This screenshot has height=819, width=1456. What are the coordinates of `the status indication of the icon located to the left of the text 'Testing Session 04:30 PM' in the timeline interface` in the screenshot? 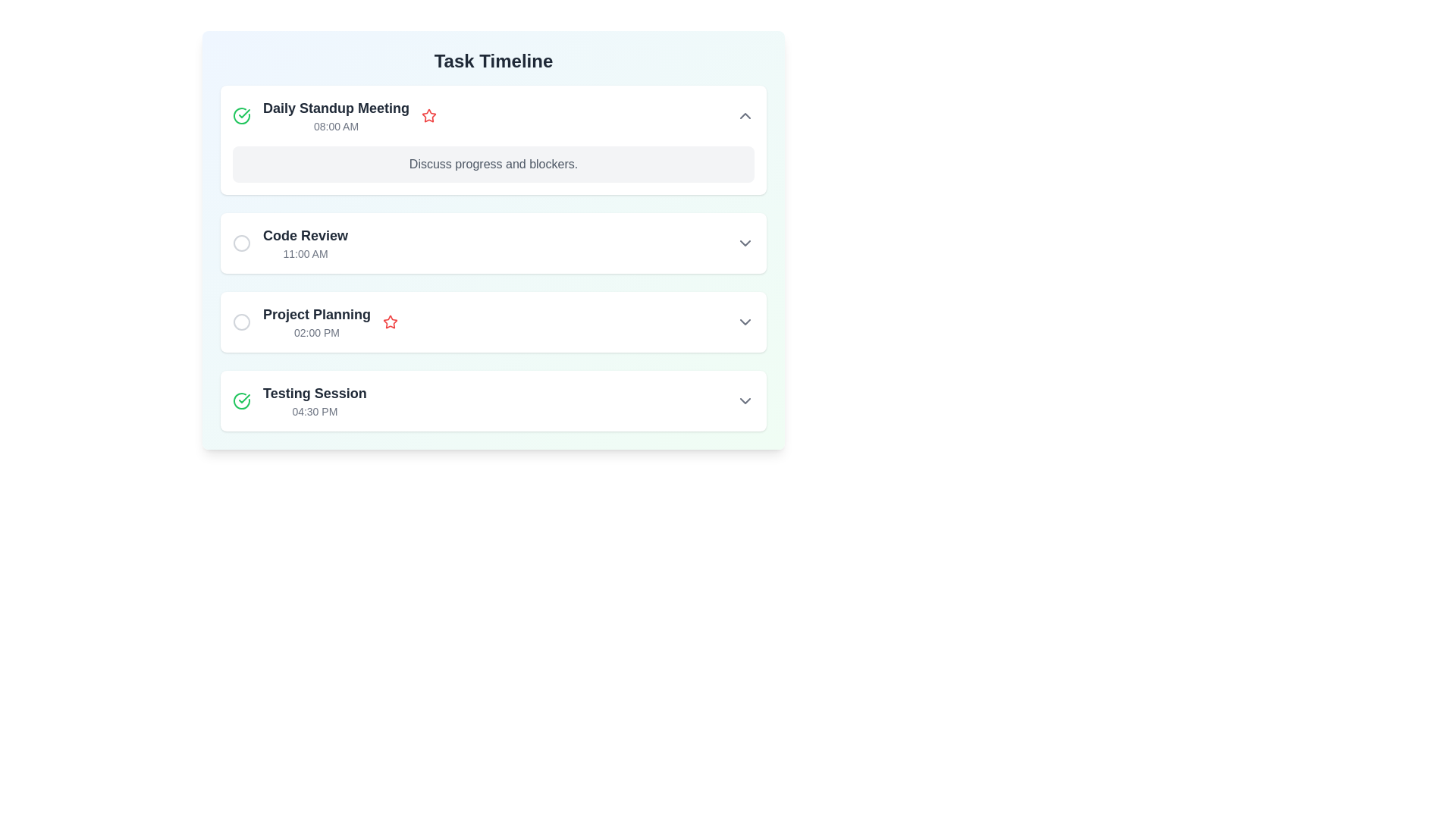 It's located at (240, 400).